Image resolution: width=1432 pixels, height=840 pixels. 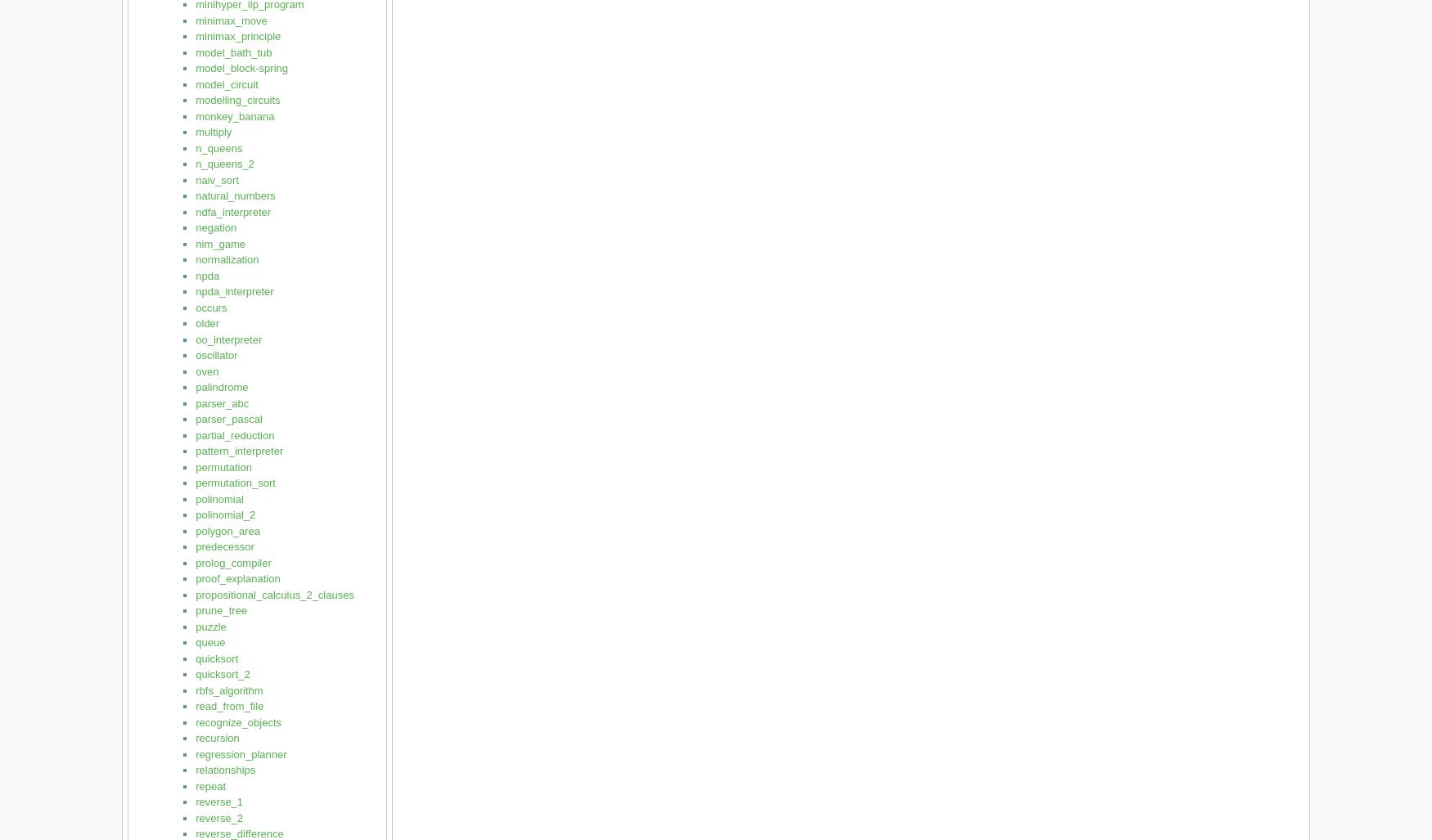 I want to click on 'prune_tree', so click(x=220, y=609).